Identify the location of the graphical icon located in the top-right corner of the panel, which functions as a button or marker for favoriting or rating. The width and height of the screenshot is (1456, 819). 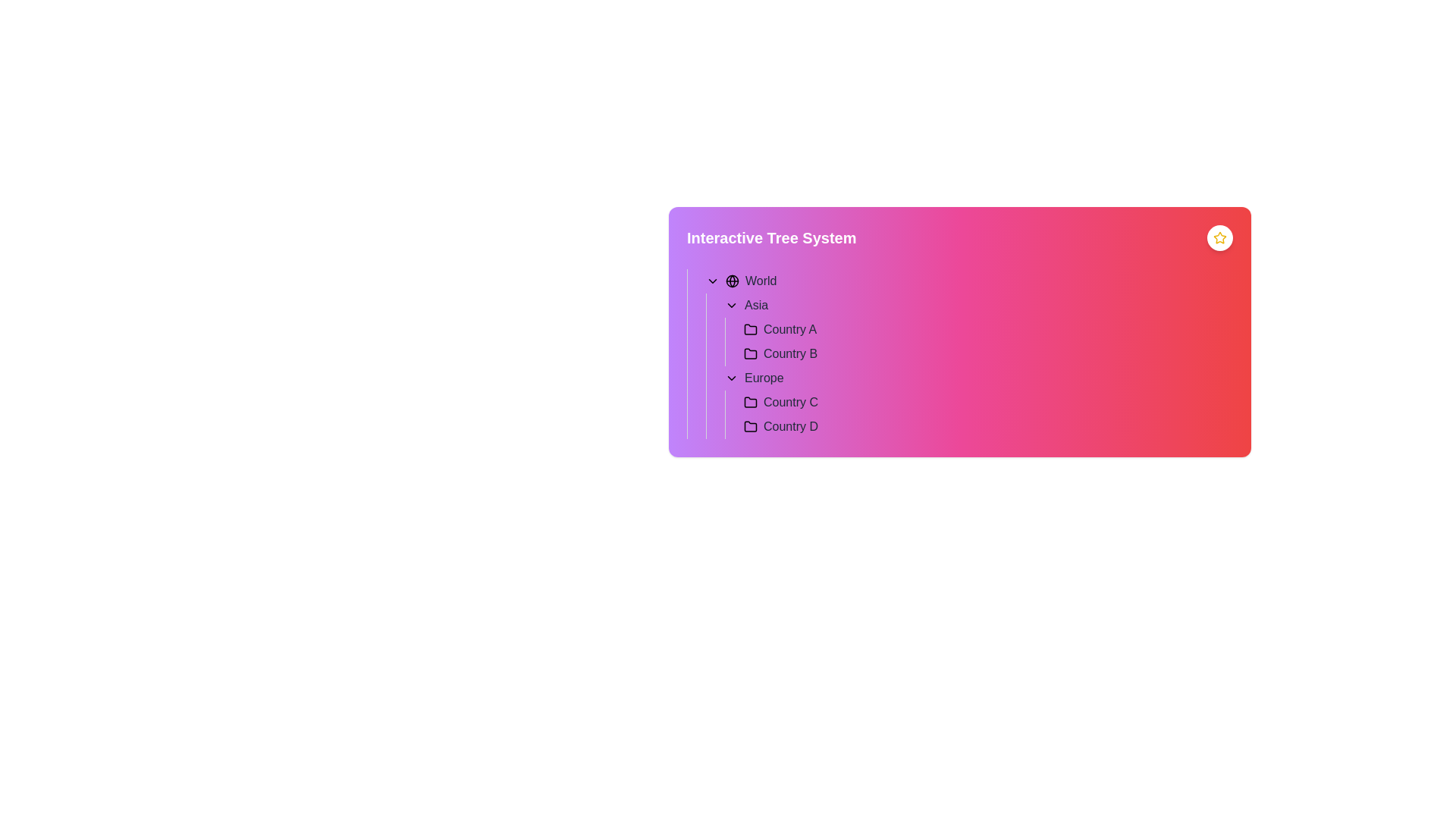
(1219, 237).